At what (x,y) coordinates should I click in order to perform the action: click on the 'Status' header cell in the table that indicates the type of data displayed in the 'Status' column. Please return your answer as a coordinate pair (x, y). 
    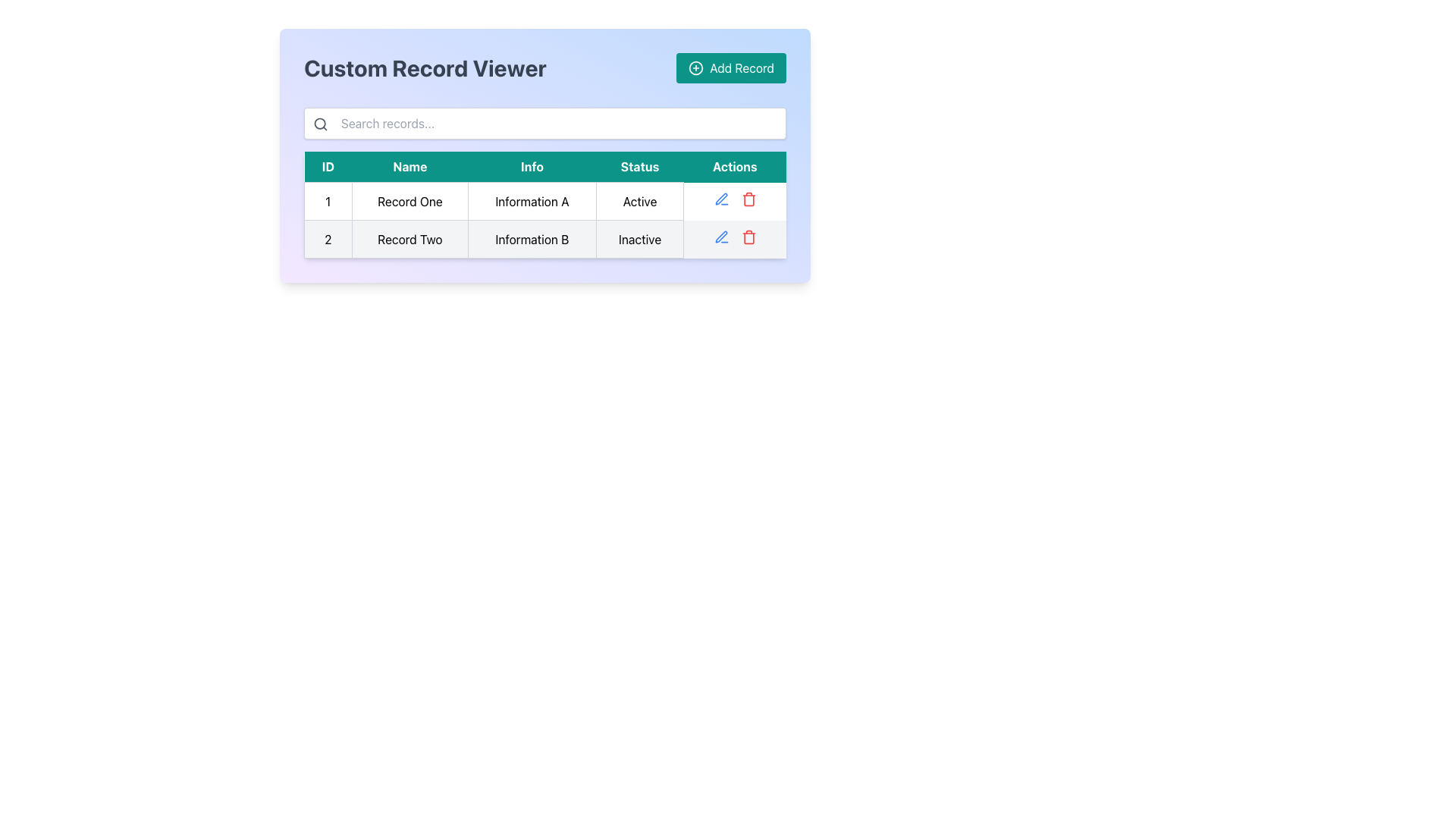
    Looking at the image, I should click on (640, 167).